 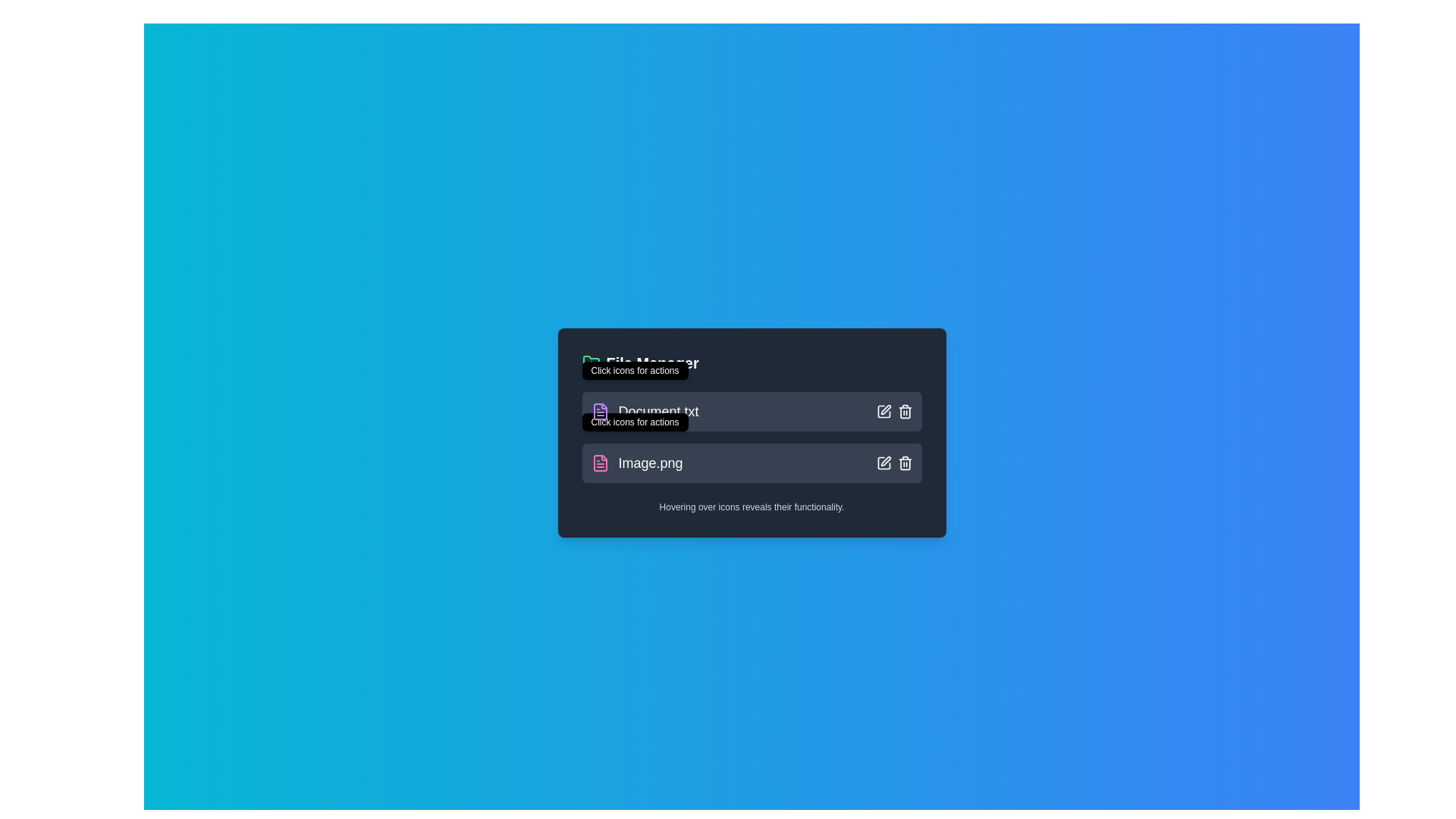 I want to click on the 'File Manager' panel, so click(x=752, y=432).